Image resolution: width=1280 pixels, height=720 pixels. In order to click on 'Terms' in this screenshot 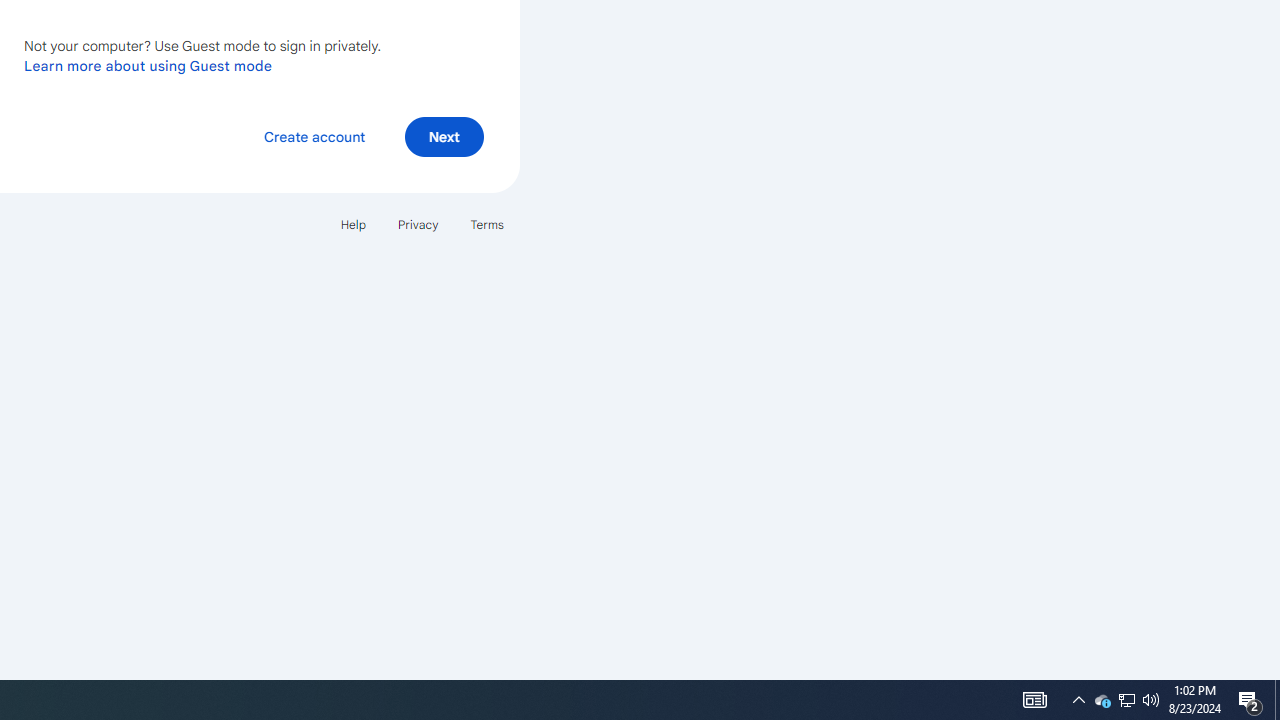, I will do `click(487, 224)`.